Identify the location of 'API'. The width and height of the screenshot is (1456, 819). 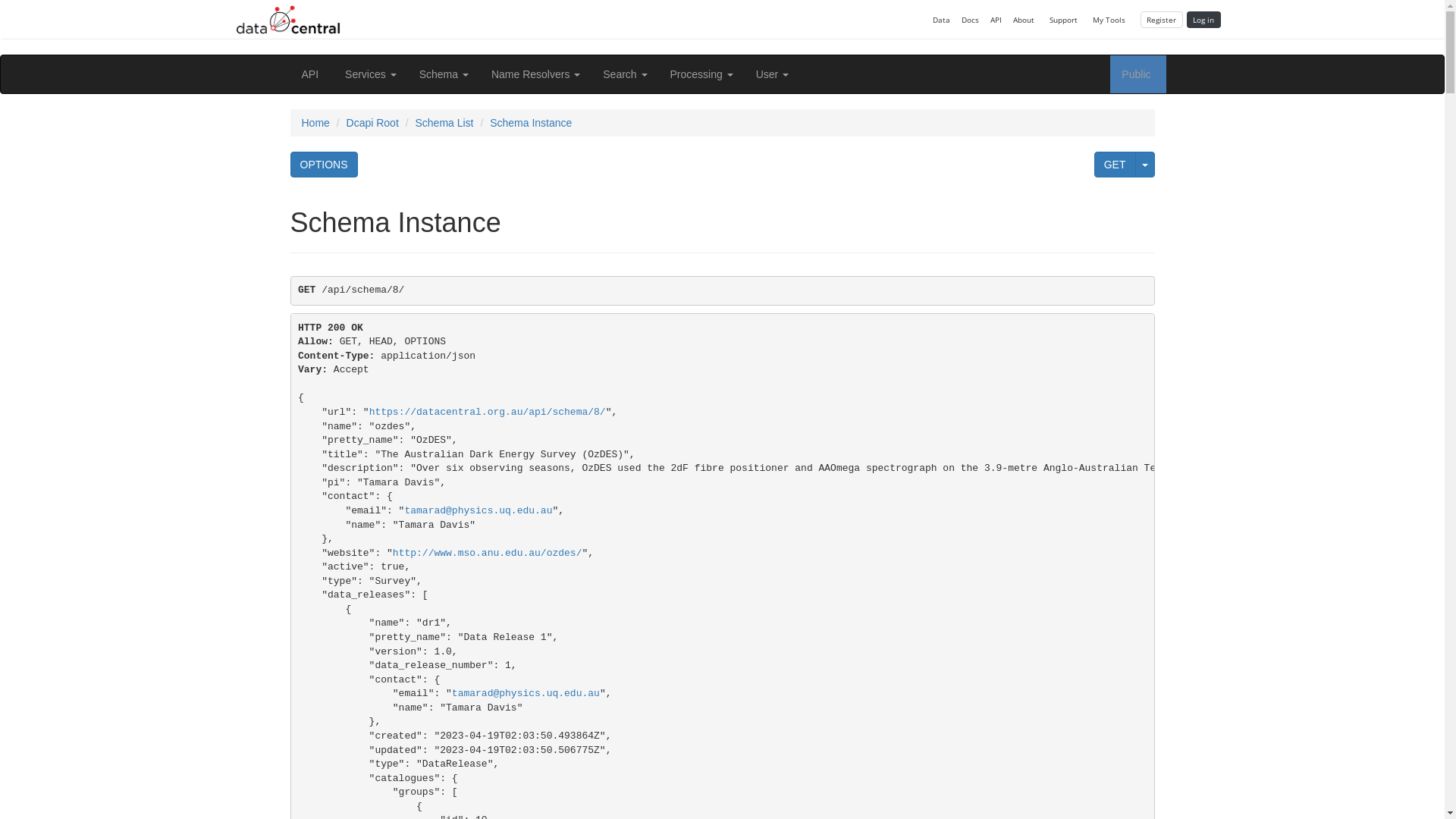
(311, 74).